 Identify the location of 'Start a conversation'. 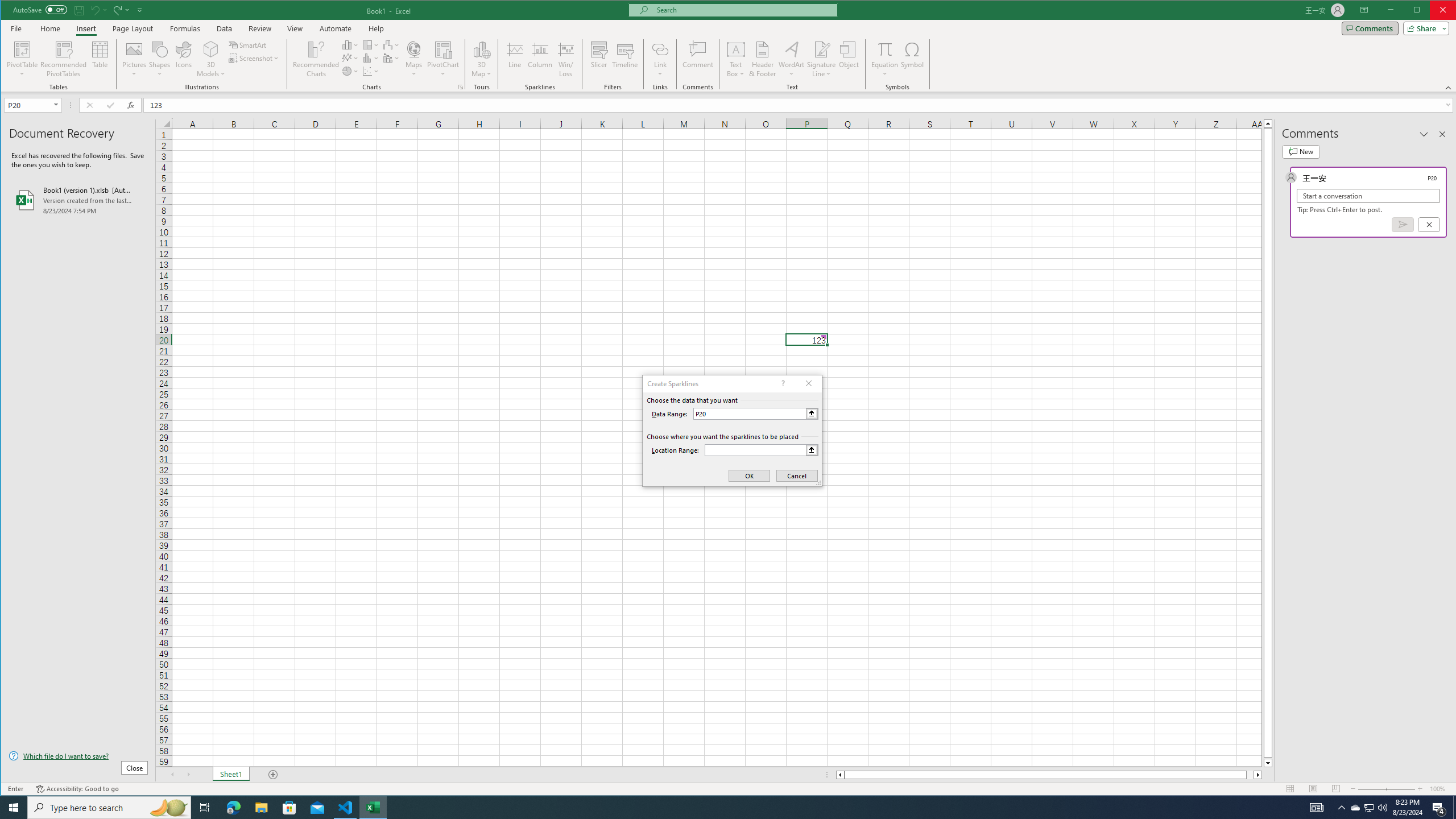
(1368, 196).